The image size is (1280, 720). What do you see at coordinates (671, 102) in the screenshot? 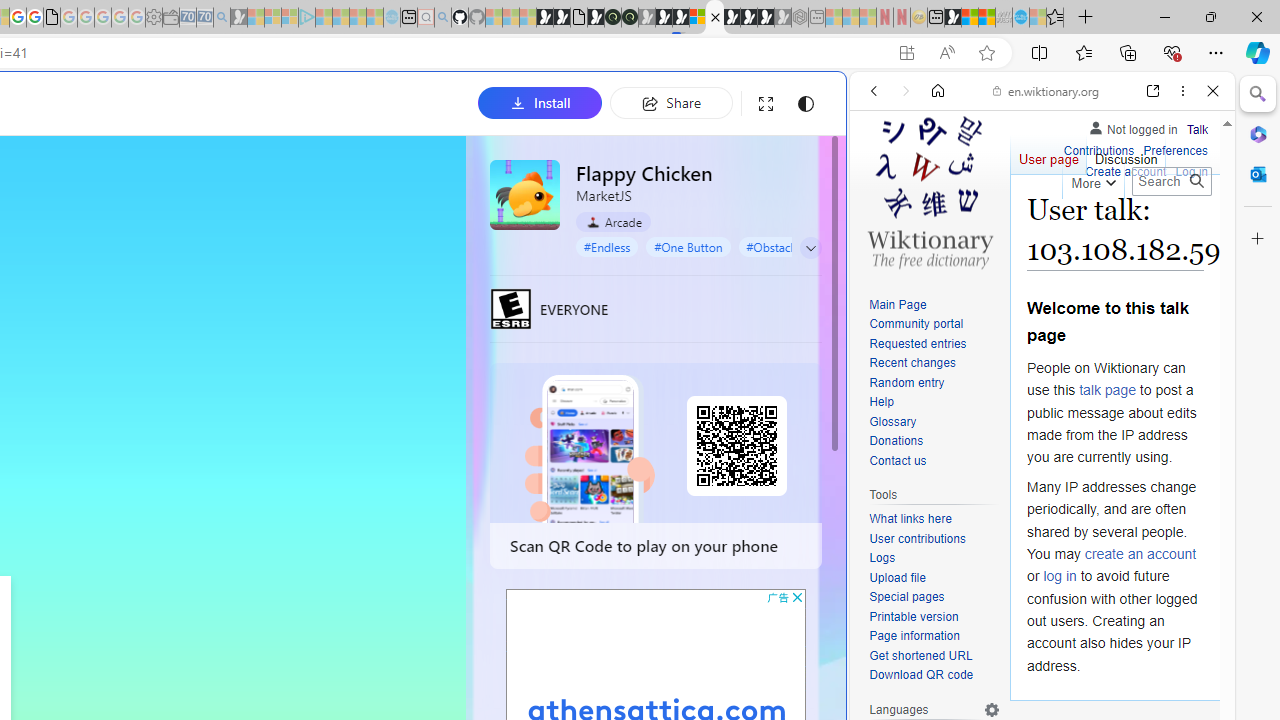
I see `'Share'` at bounding box center [671, 102].